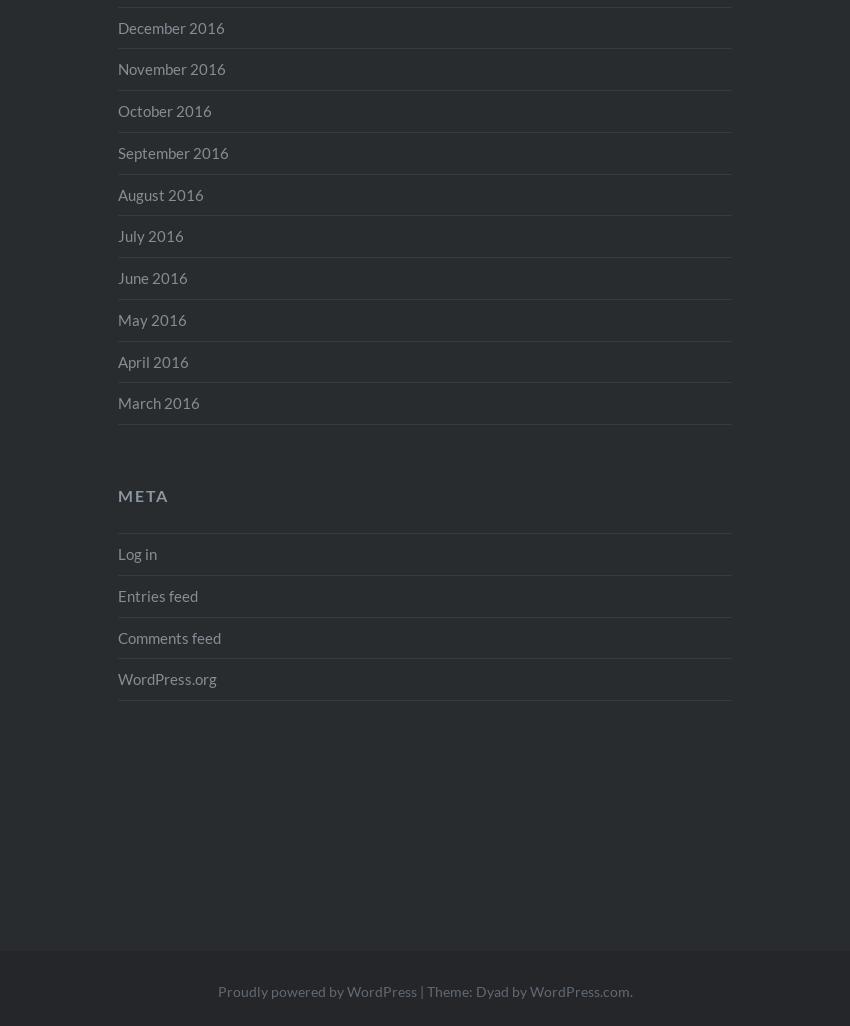 This screenshot has height=1026, width=850. I want to click on 'October 2016', so click(164, 111).